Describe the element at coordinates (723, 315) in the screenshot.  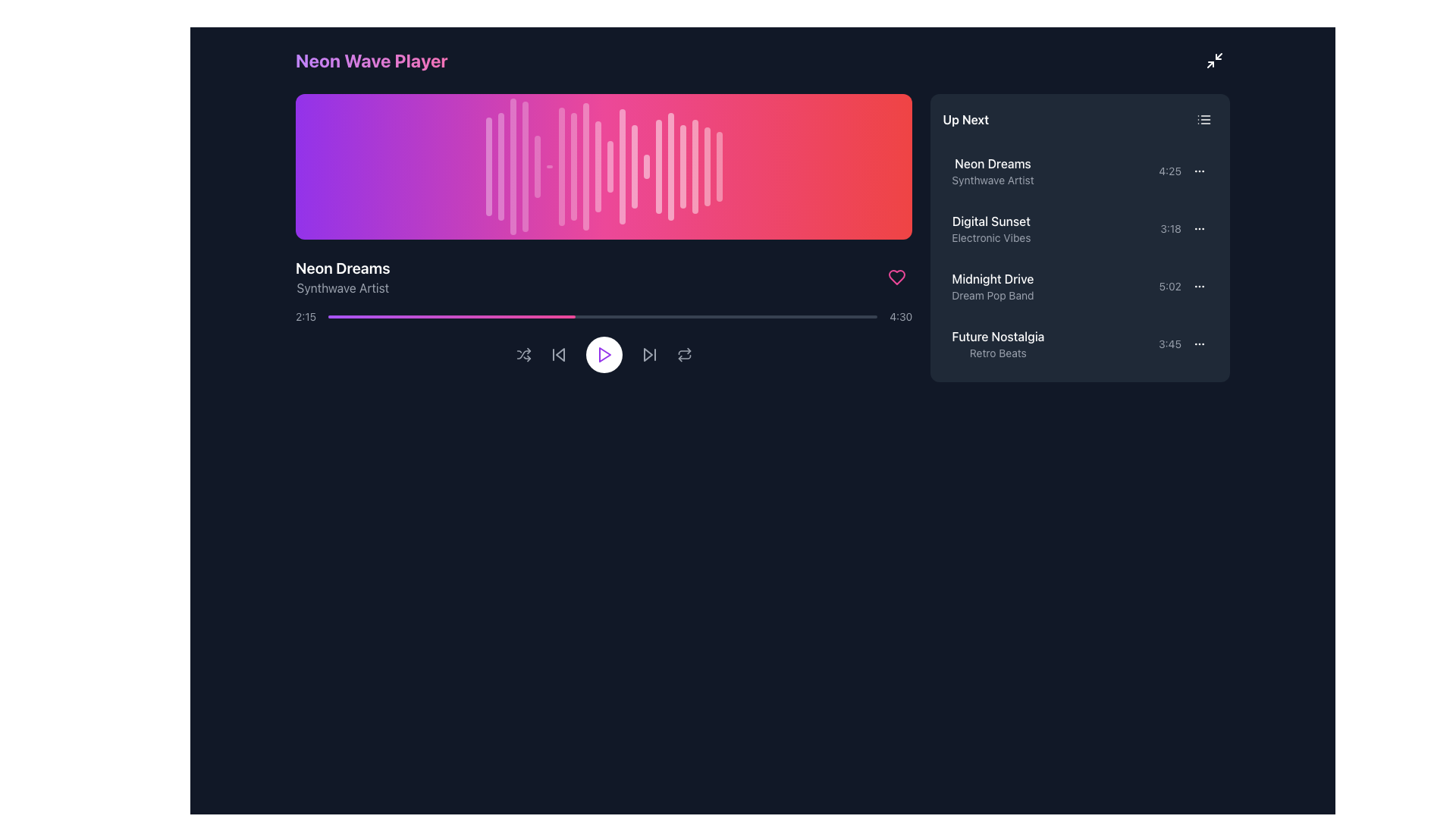
I see `playback position` at that location.